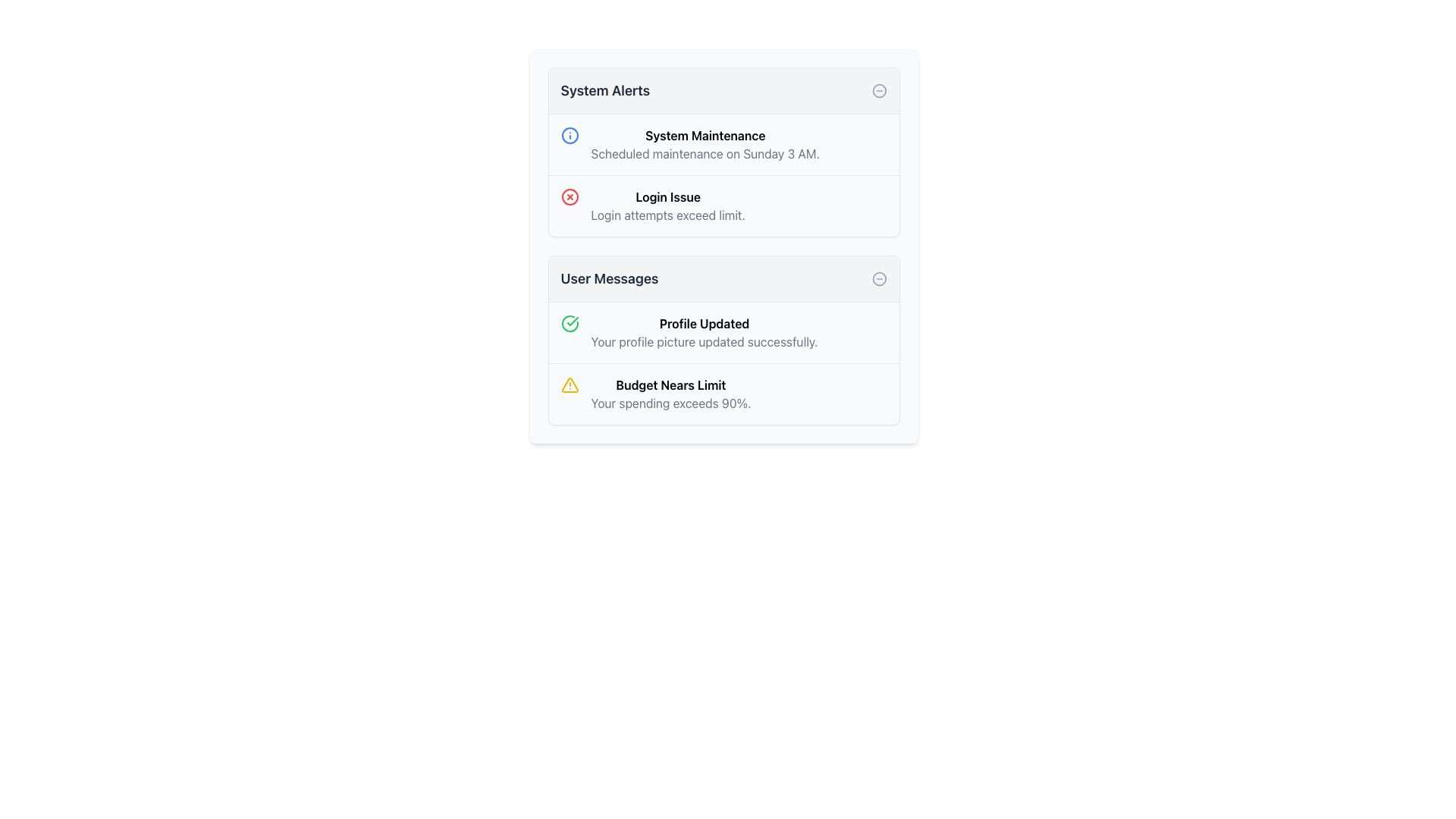  What do you see at coordinates (704, 323) in the screenshot?
I see `text label indicating the user's profile has been updated successfully, located in the second notification card within the 'User Messages' section, aligned with a green checkmark icon` at bounding box center [704, 323].